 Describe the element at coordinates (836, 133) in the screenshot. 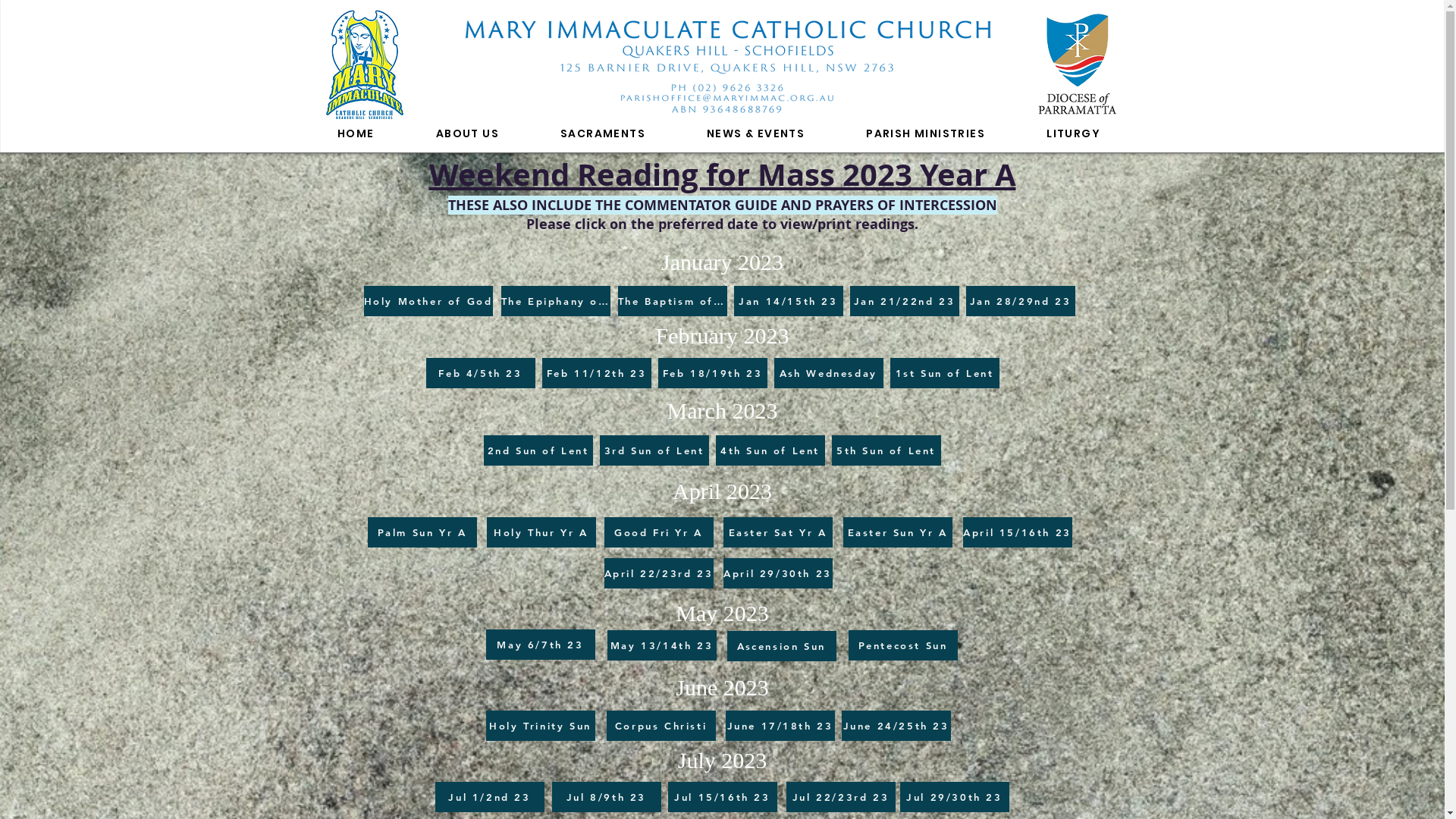

I see `'PARISH MINISTRIES'` at that location.